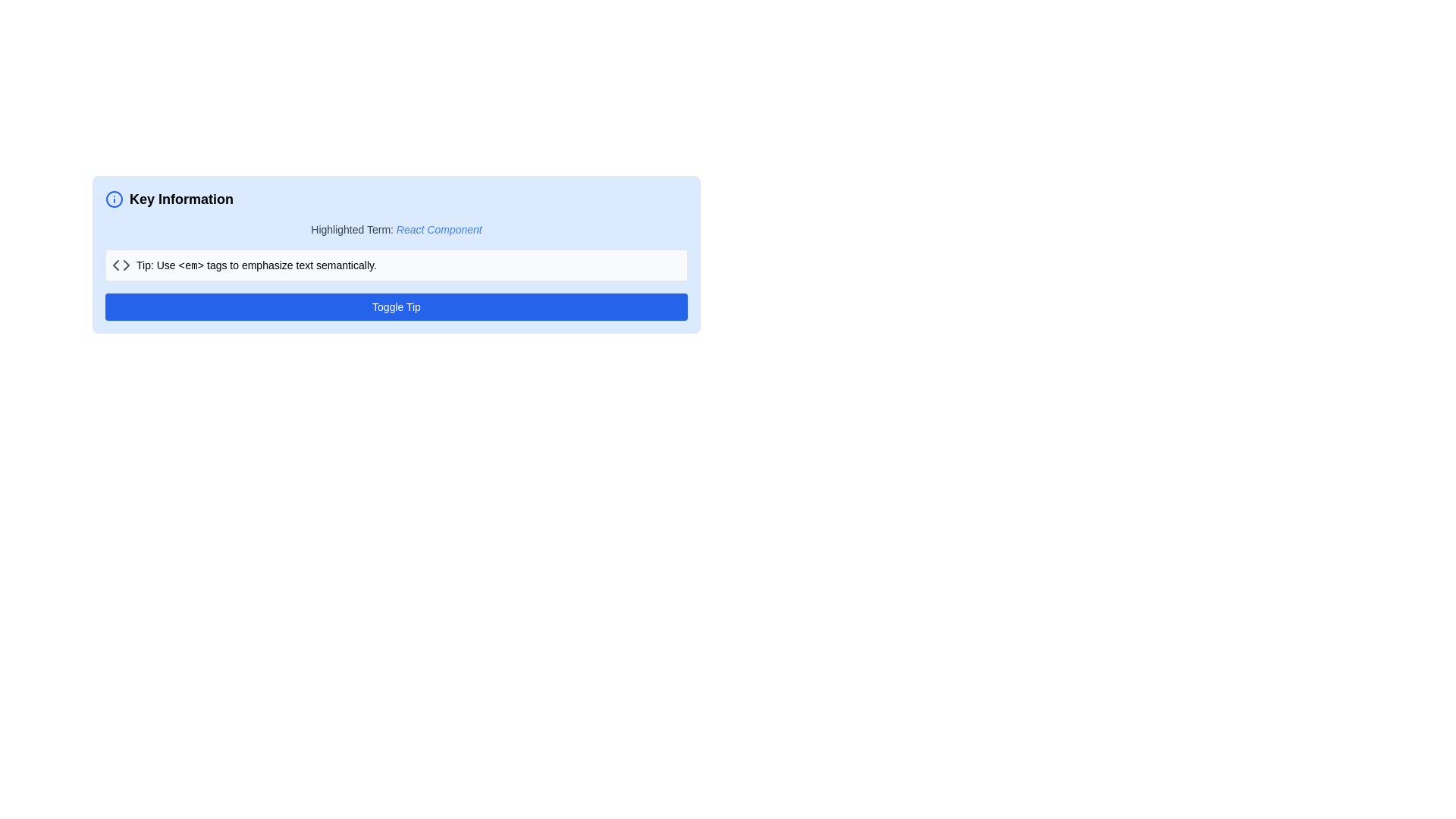  I want to click on the informational card that contains key data, tips, and an actionable button, centrally aligned in the interface, so click(397, 328).